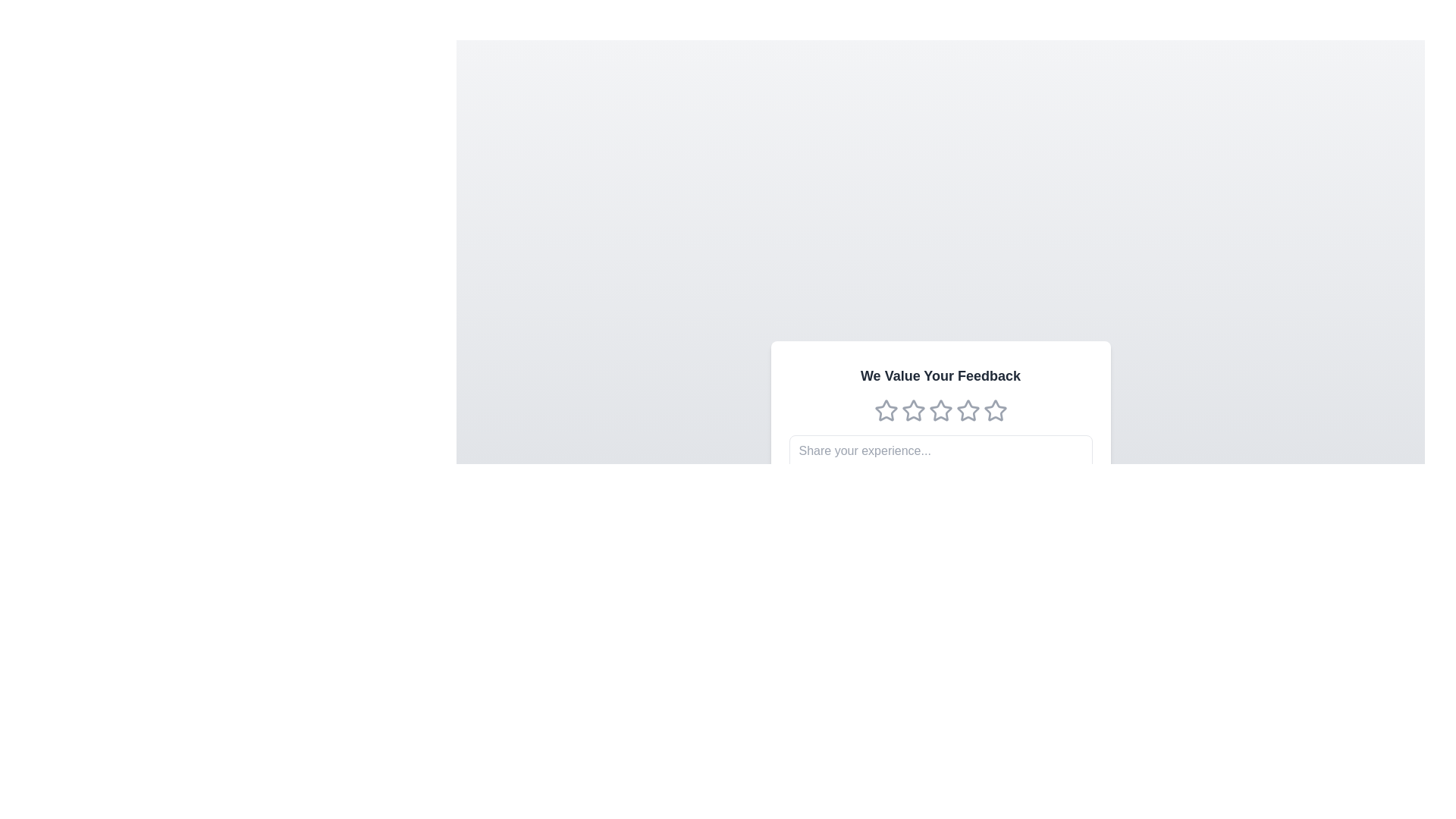 The width and height of the screenshot is (1456, 819). What do you see at coordinates (940, 375) in the screenshot?
I see `the text header 'We Value Your Feedback'` at bounding box center [940, 375].